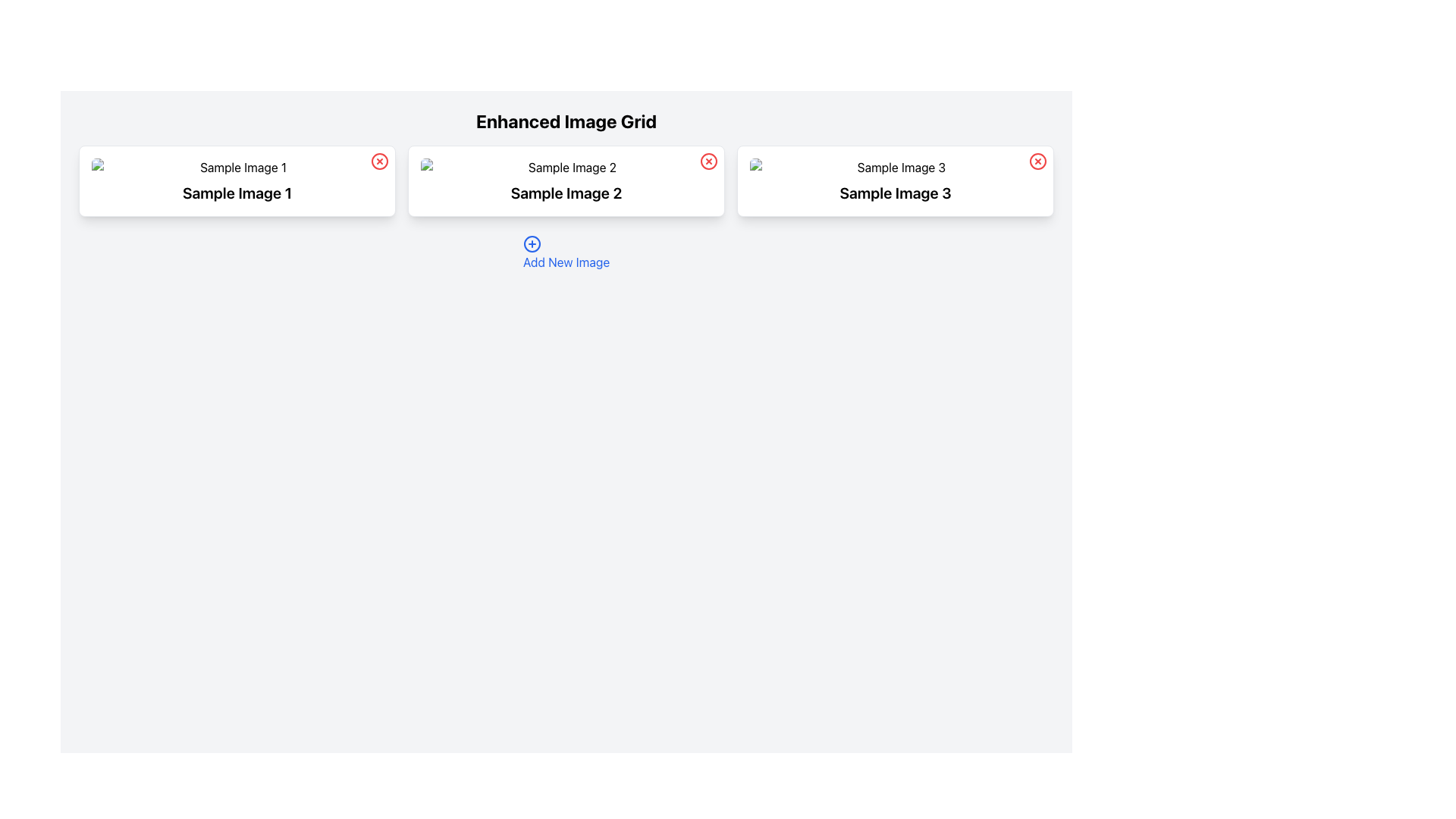 This screenshot has height=819, width=1456. Describe the element at coordinates (379, 161) in the screenshot. I see `the circular red button with an 'X' symbol located at the top-right corner of the card titled 'Sample Image 1'` at that location.